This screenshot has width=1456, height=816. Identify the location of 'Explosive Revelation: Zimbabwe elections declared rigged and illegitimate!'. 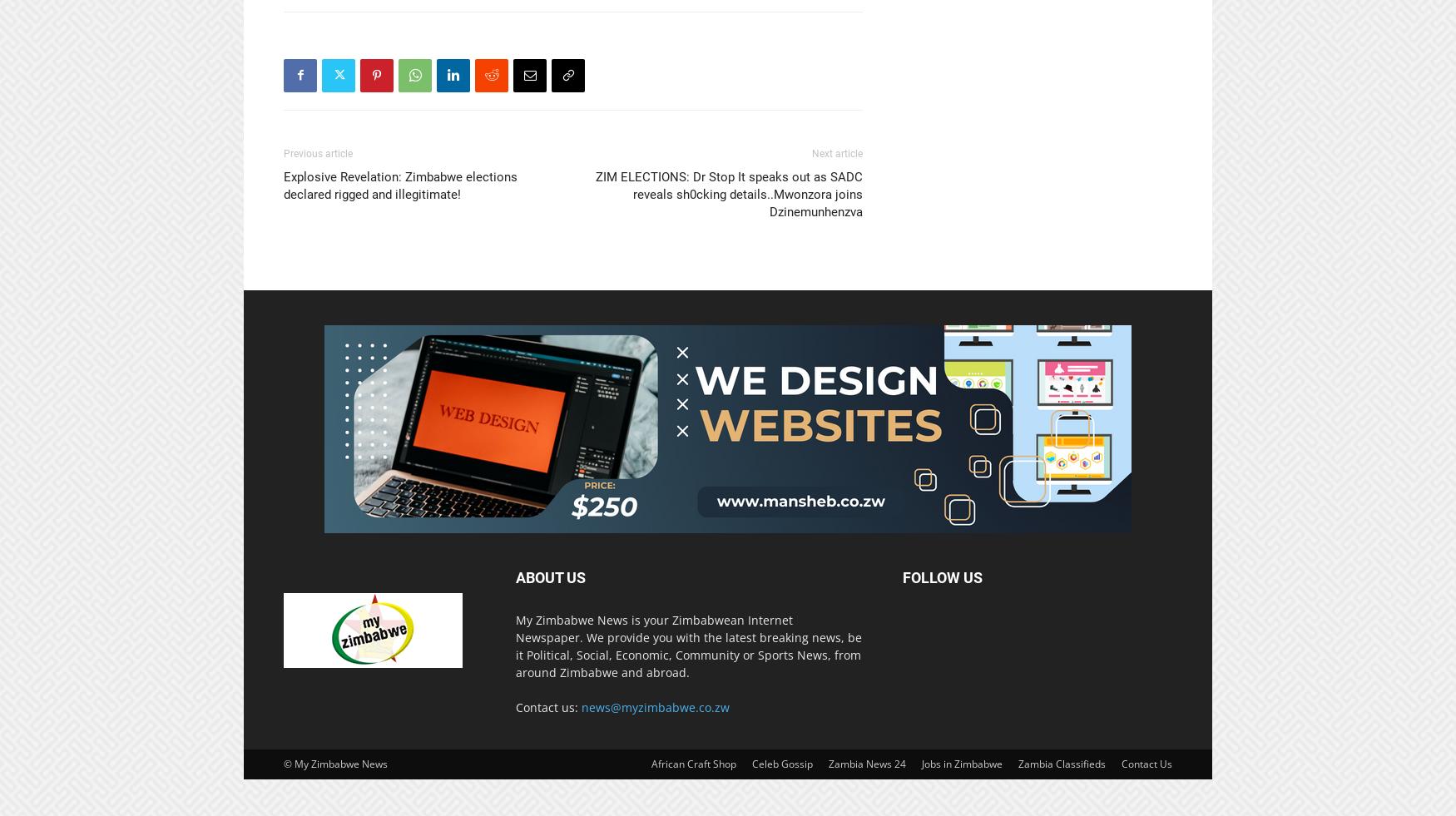
(400, 184).